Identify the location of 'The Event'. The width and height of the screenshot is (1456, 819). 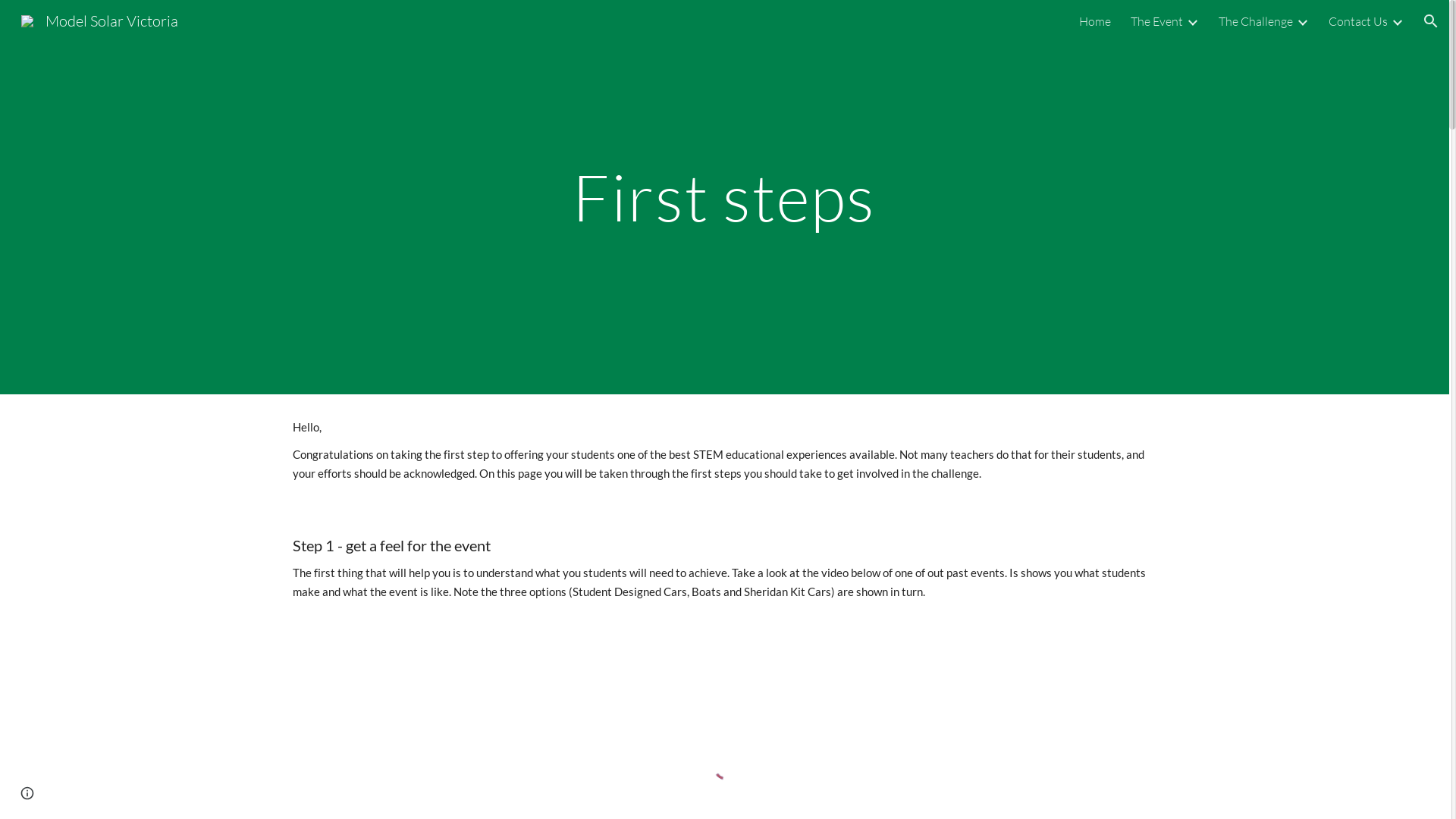
(1131, 20).